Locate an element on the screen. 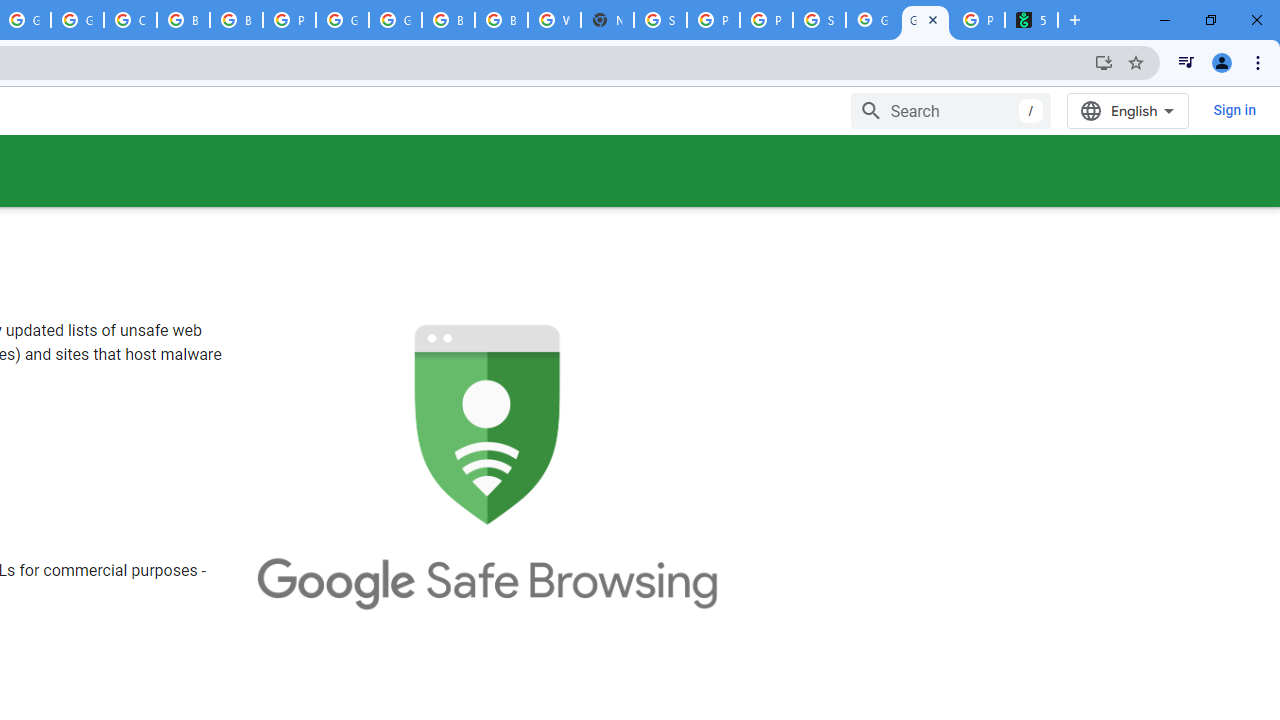 The height and width of the screenshot is (720, 1280). 'New Tab' is located at coordinates (606, 20).